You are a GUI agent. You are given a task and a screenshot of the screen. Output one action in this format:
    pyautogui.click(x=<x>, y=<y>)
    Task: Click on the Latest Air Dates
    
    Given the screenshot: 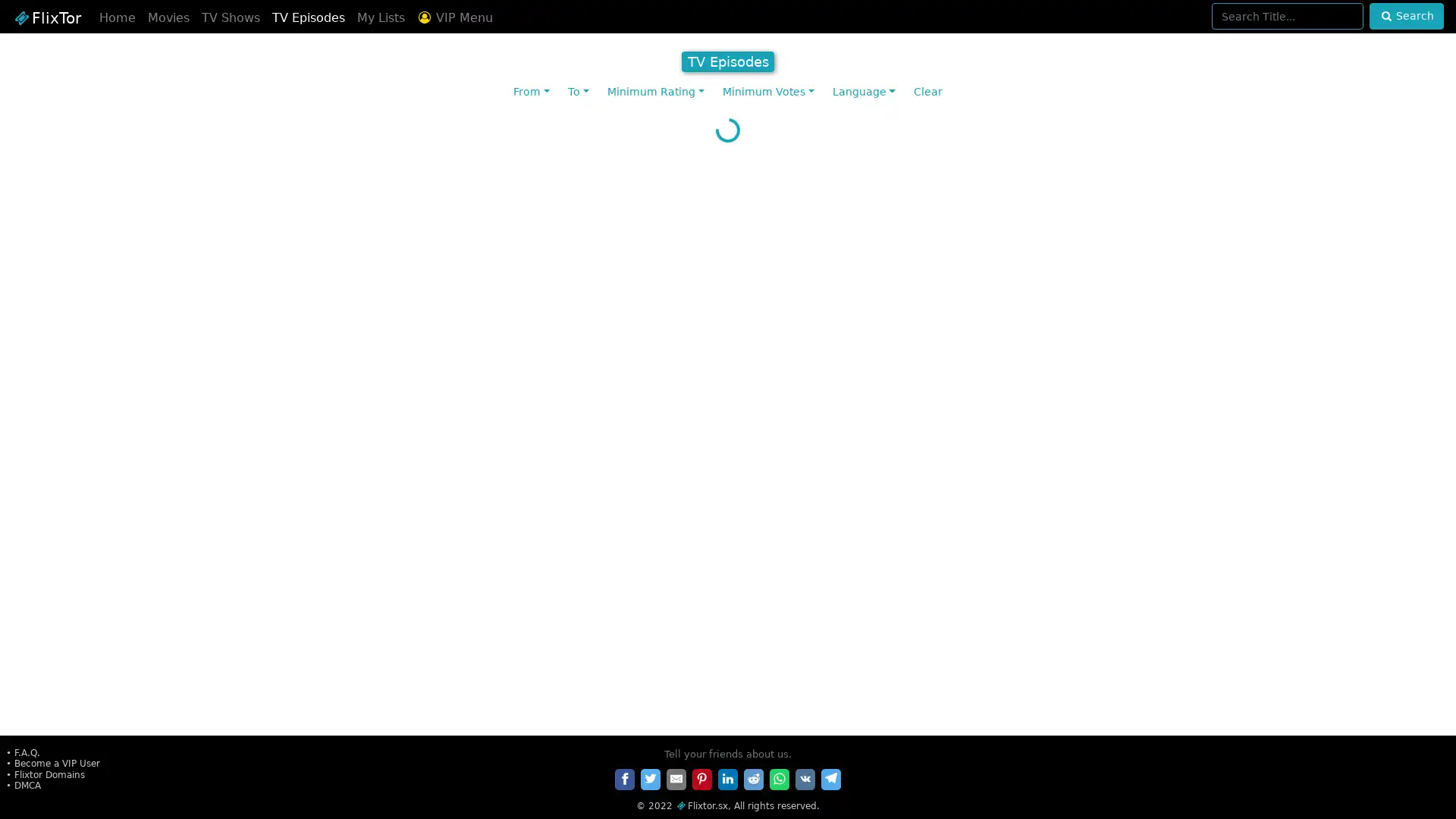 What is the action you would take?
    pyautogui.click(x=728, y=123)
    